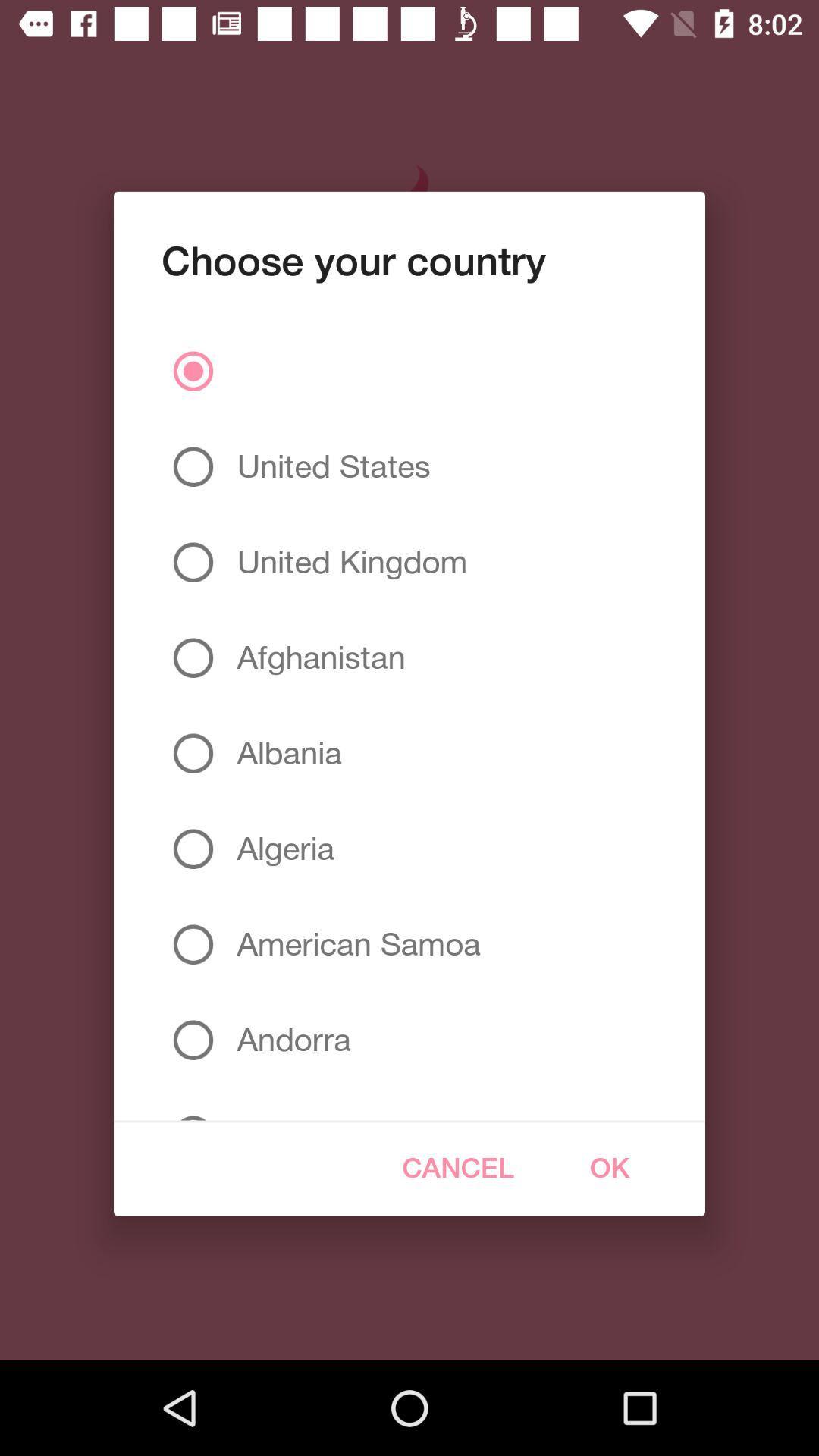  Describe the element at coordinates (283, 753) in the screenshot. I see `albania item` at that location.